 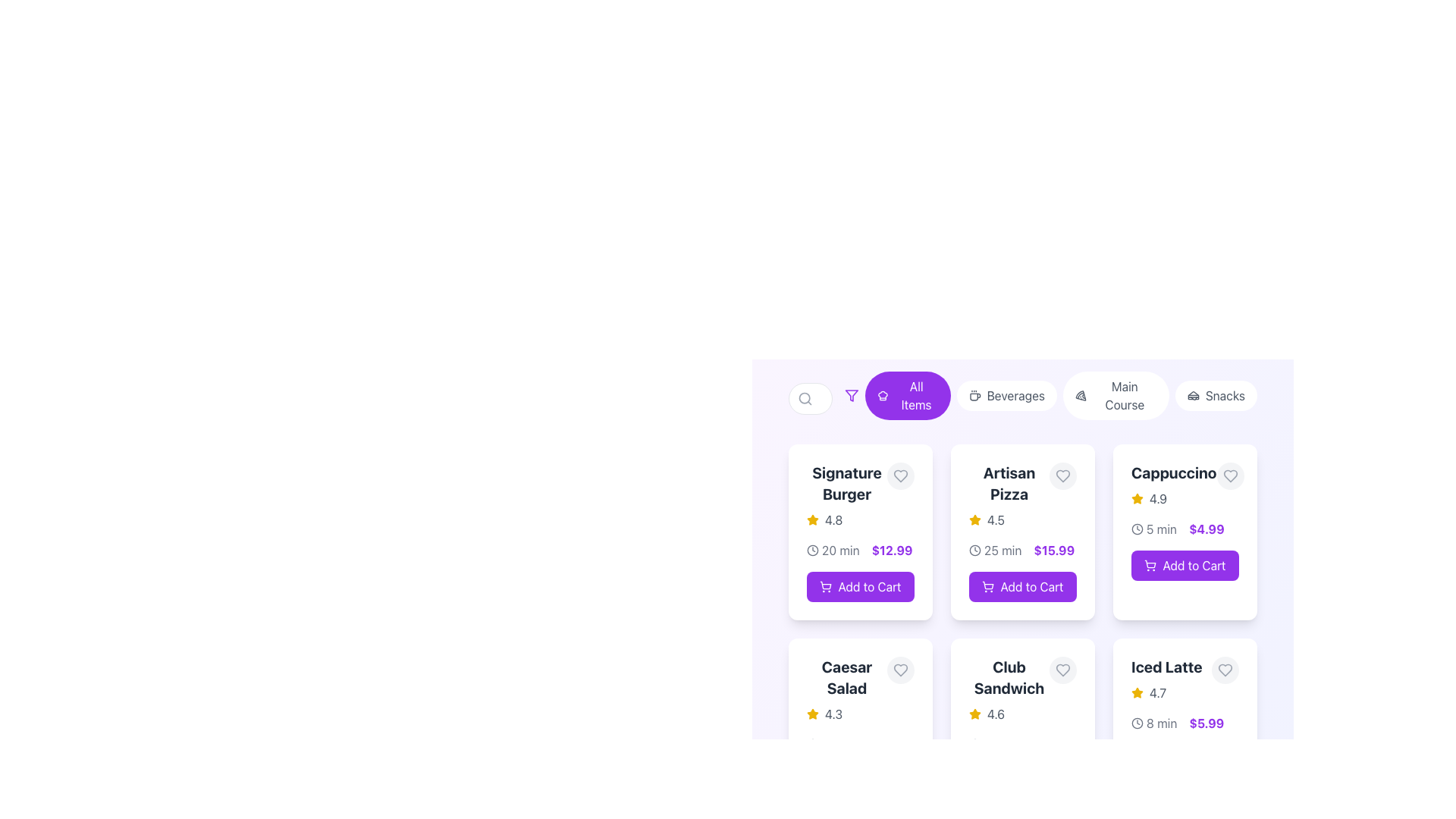 What do you see at coordinates (1137, 529) in the screenshot?
I see `the clock icon representing preparation time for the item, situated to the left of the text '5 min' within the 'Cappuccino' card` at bounding box center [1137, 529].